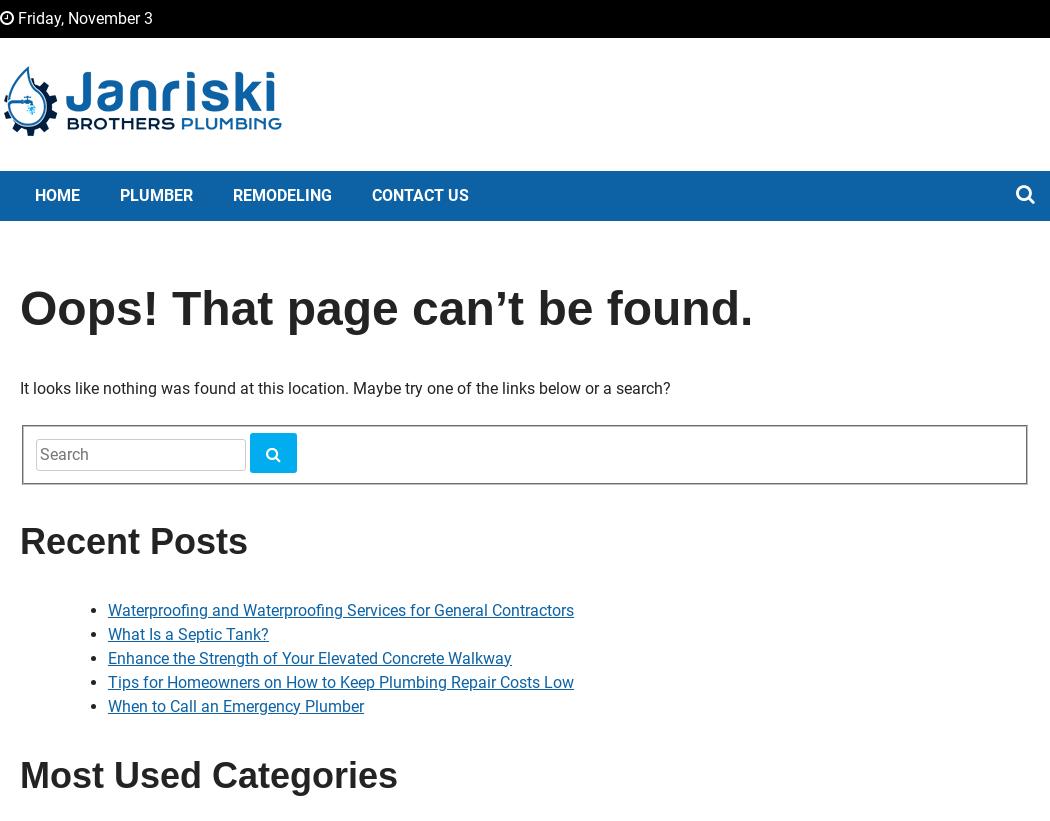 The image size is (1050, 821). I want to click on 'Most Used Categories', so click(19, 773).